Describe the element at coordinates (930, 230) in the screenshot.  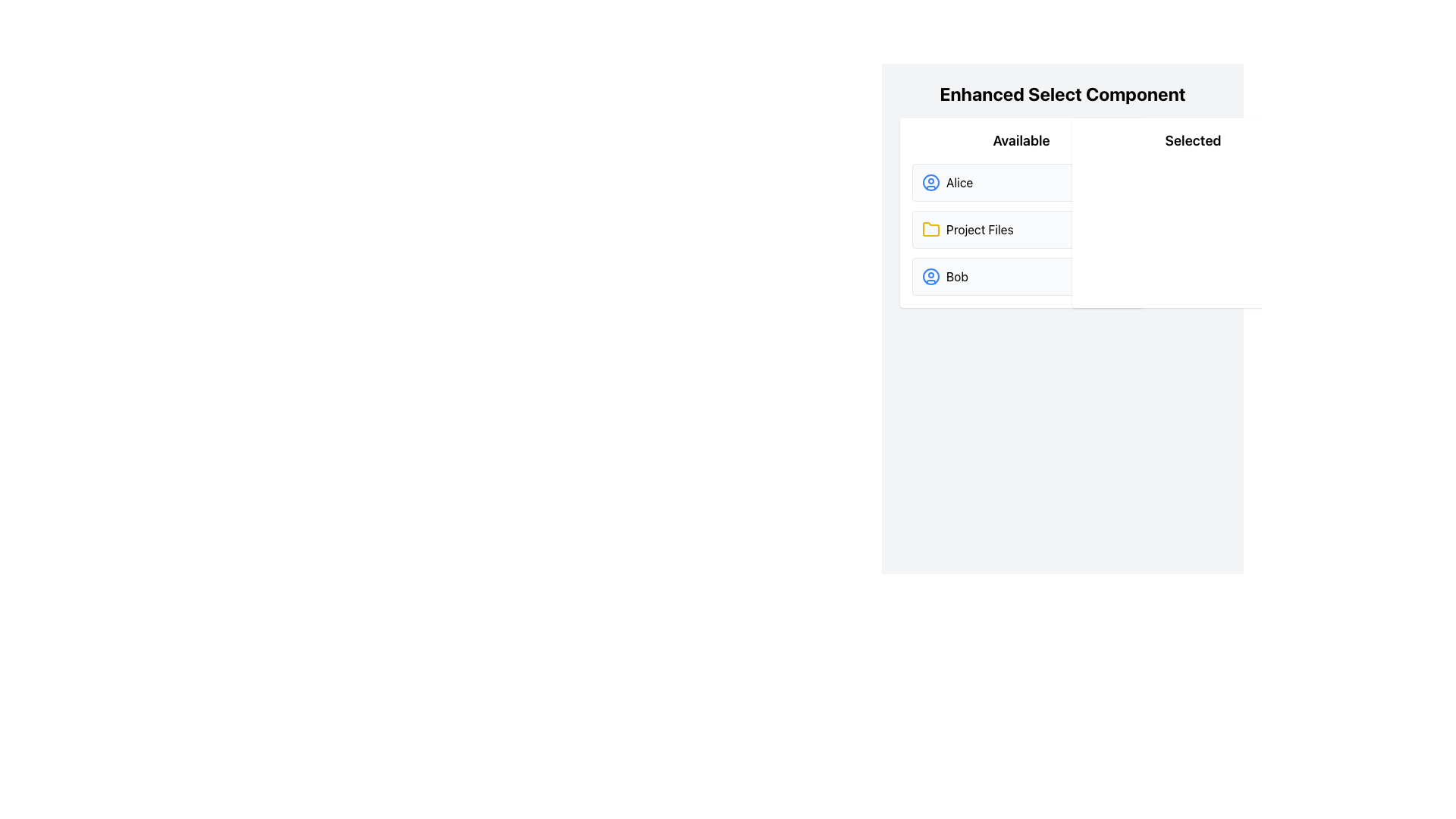
I see `the folder icon representing 'Project Files' in the 'Available' column of the 'Enhanced Select Component' section` at that location.